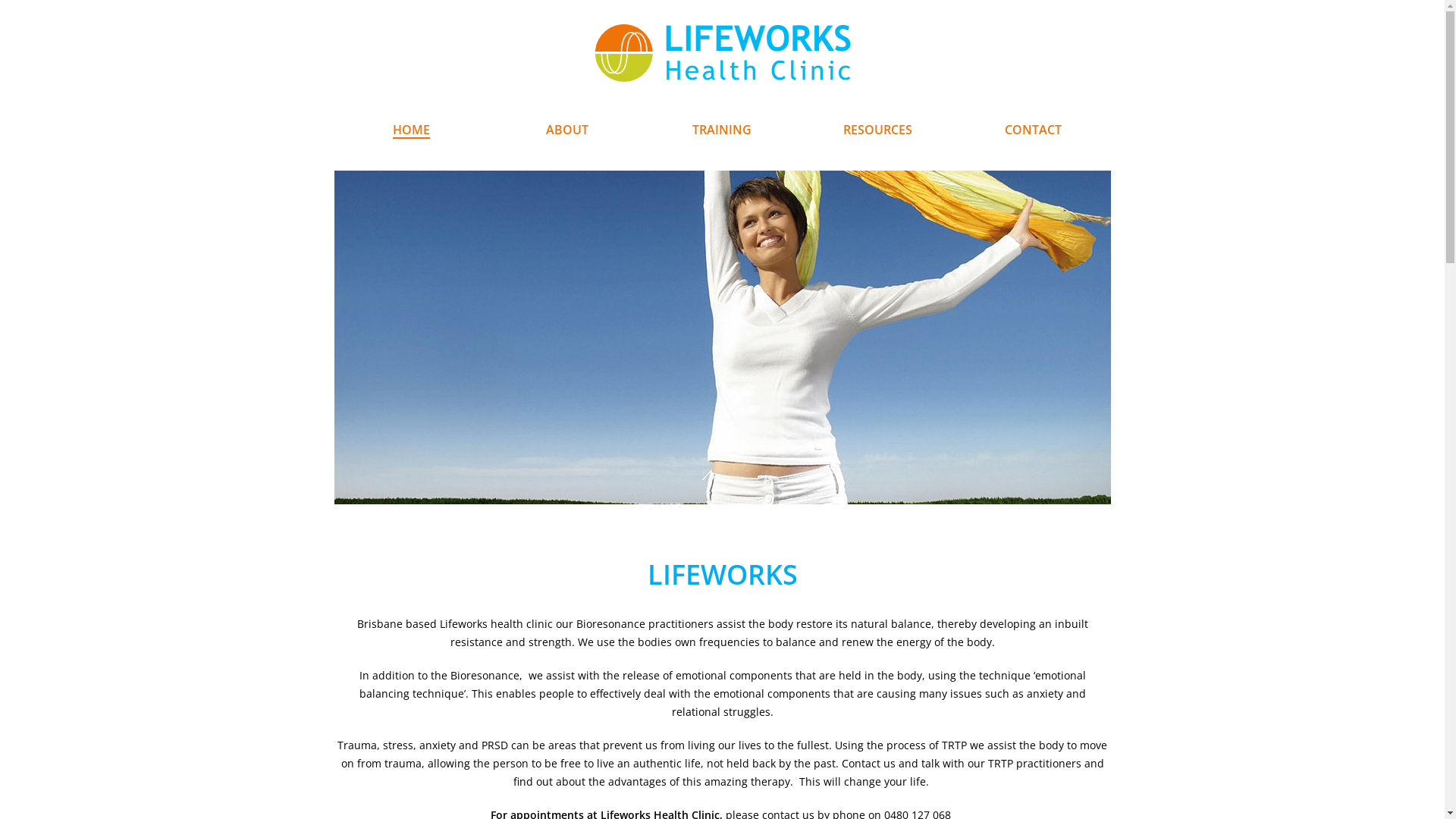  What do you see at coordinates (1032, 130) in the screenshot?
I see `'CONTACT'` at bounding box center [1032, 130].